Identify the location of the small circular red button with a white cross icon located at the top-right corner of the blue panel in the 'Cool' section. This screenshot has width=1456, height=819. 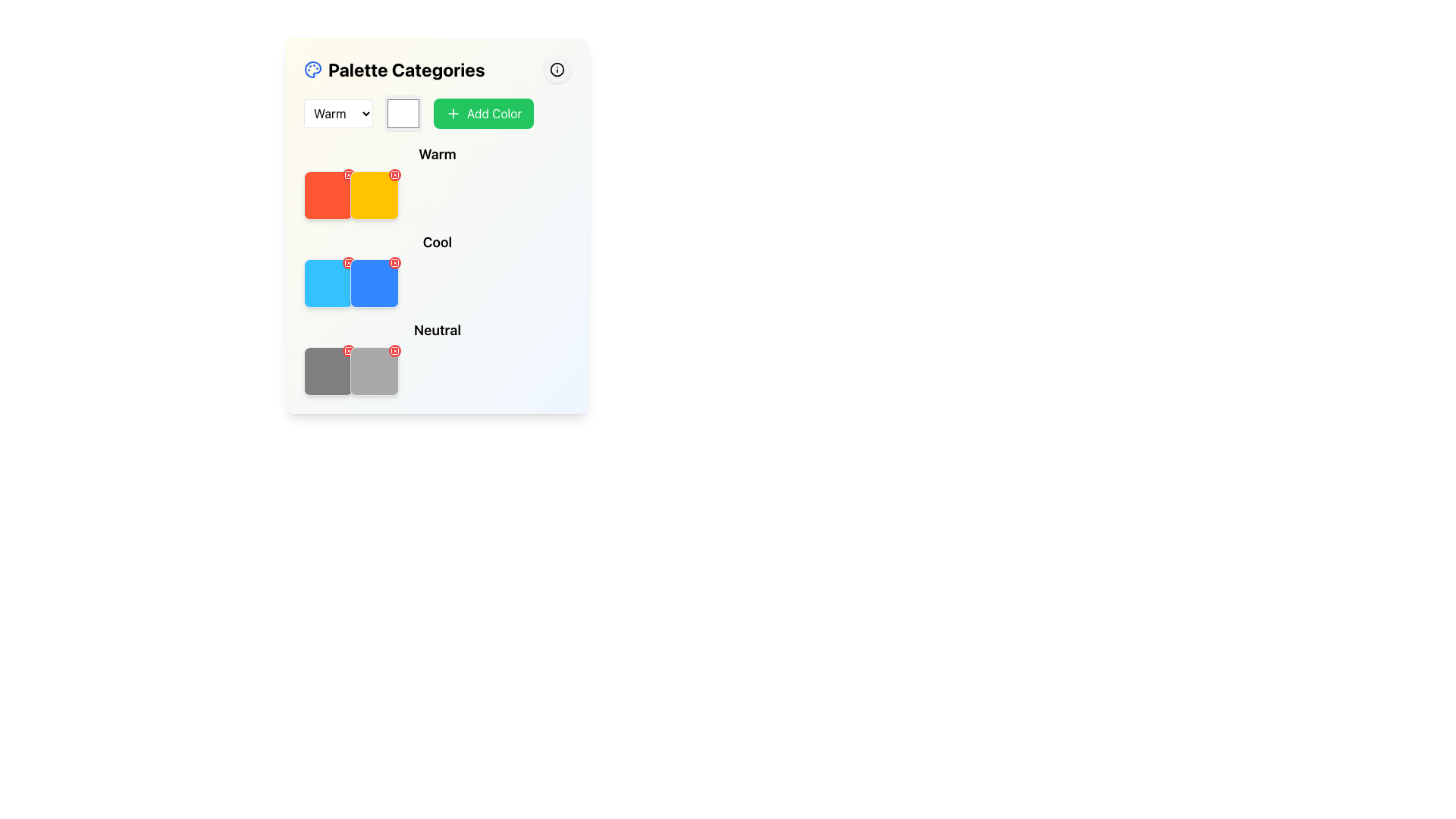
(395, 262).